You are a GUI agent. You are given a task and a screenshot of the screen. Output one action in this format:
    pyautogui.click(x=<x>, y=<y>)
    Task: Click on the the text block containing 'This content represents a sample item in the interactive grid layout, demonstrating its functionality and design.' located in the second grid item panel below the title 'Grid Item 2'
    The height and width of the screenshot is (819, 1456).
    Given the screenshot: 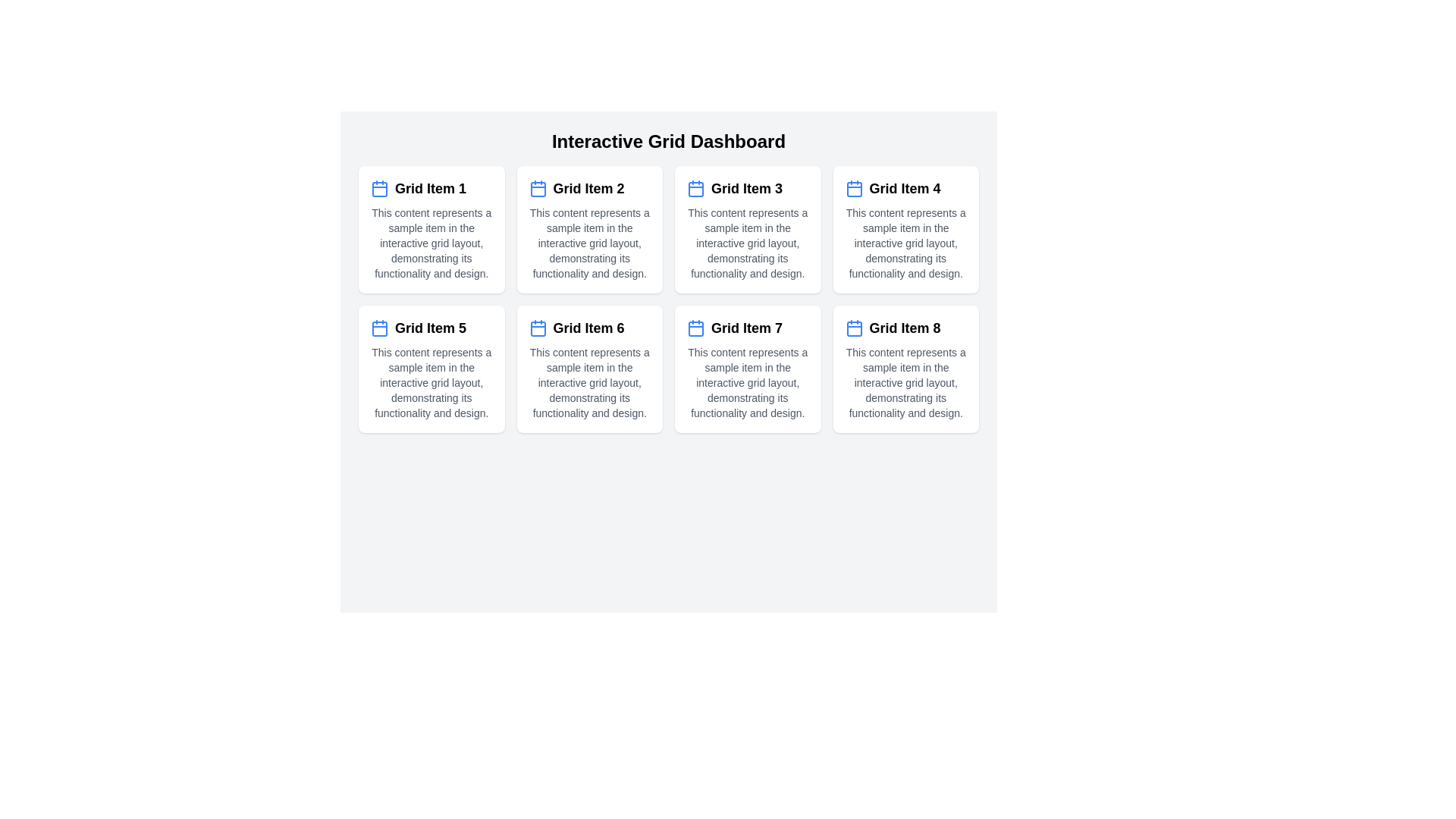 What is the action you would take?
    pyautogui.click(x=588, y=242)
    